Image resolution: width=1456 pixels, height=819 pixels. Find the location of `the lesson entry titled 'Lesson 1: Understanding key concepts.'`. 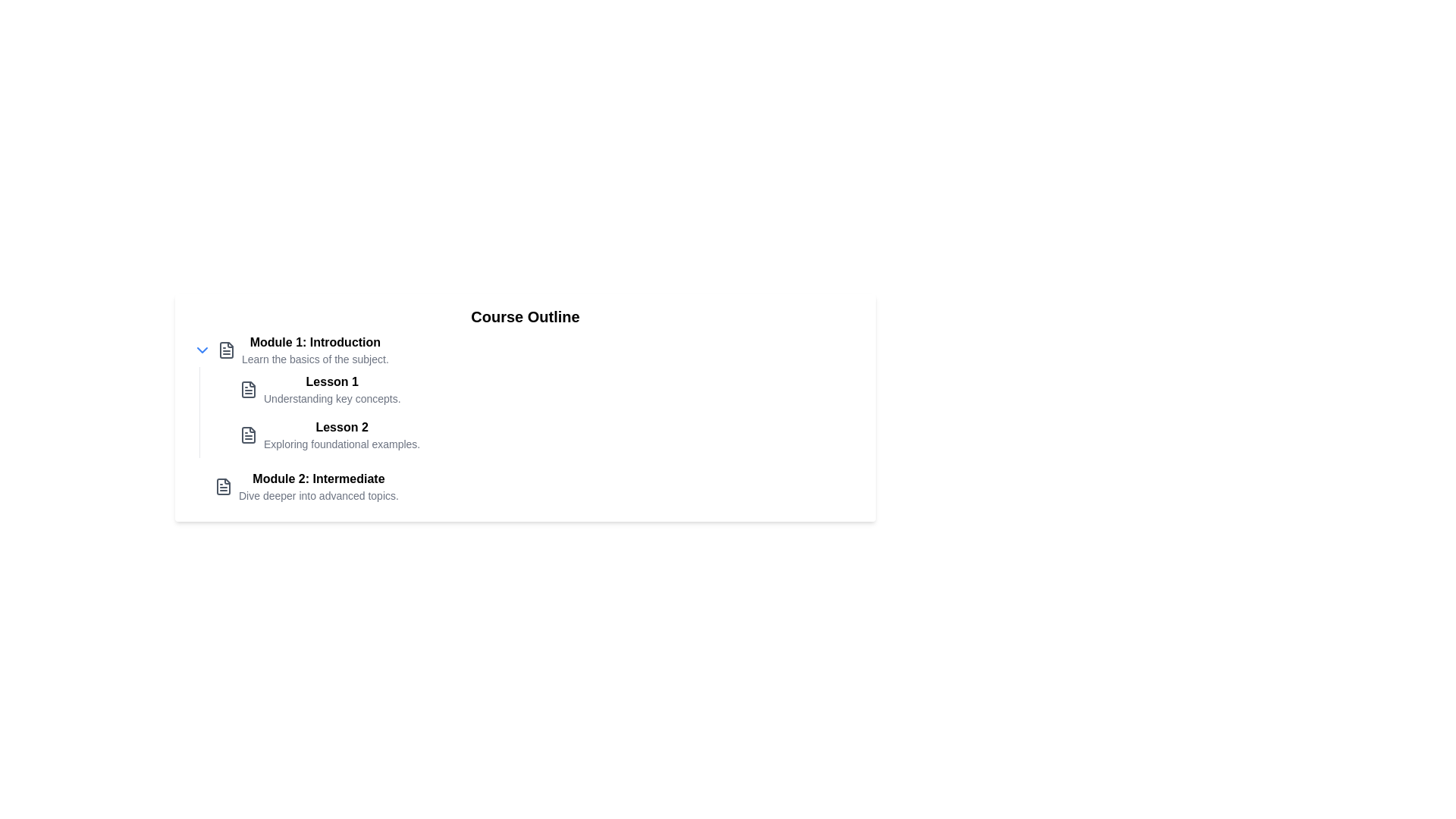

the lesson entry titled 'Lesson 1: Understanding key concepts.' is located at coordinates (331, 388).